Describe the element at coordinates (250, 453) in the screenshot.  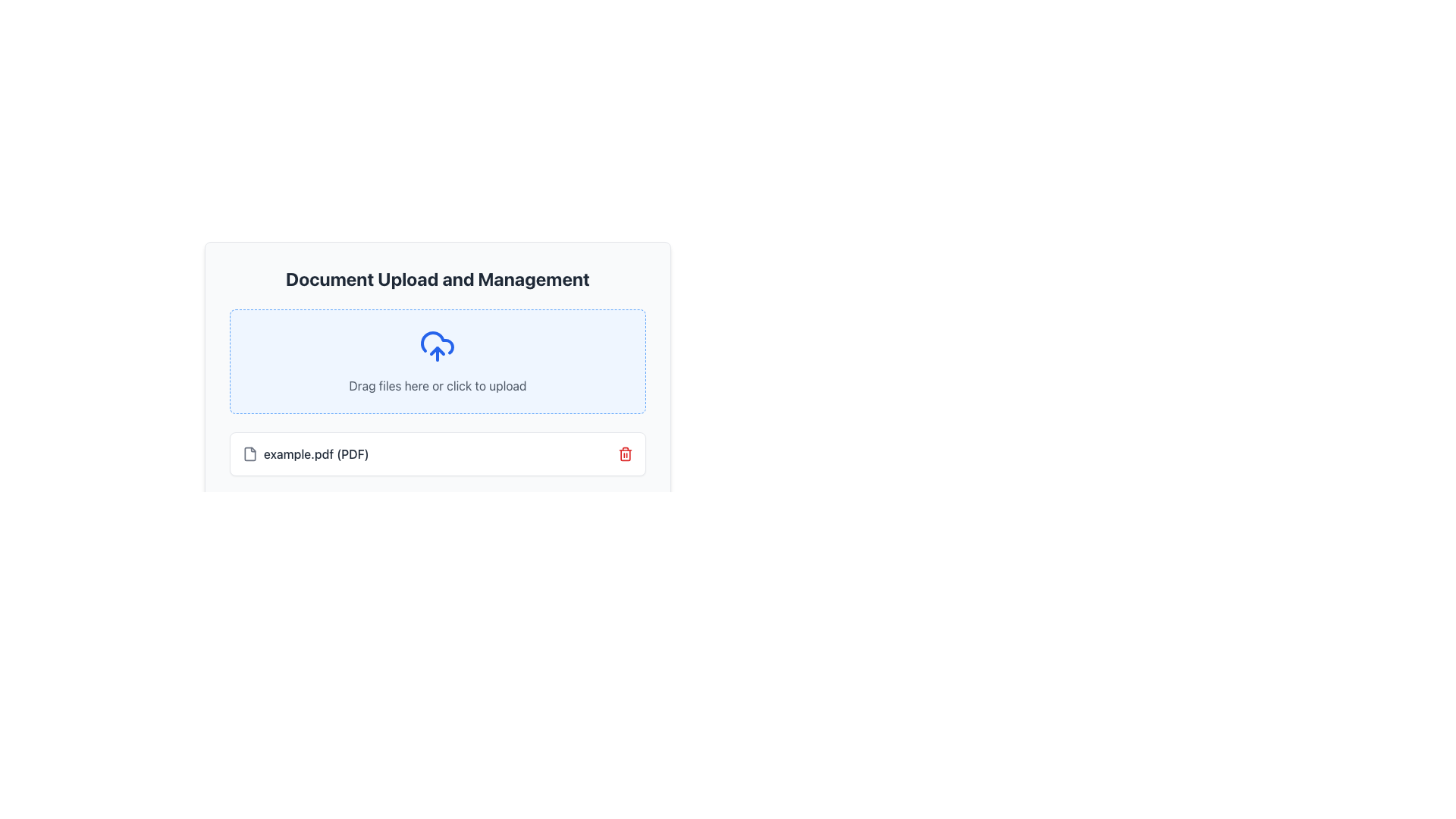
I see `the rectangular file icon with a folded corner located beside the filename 'example.pdf (PDF)' in the document management interface` at that location.